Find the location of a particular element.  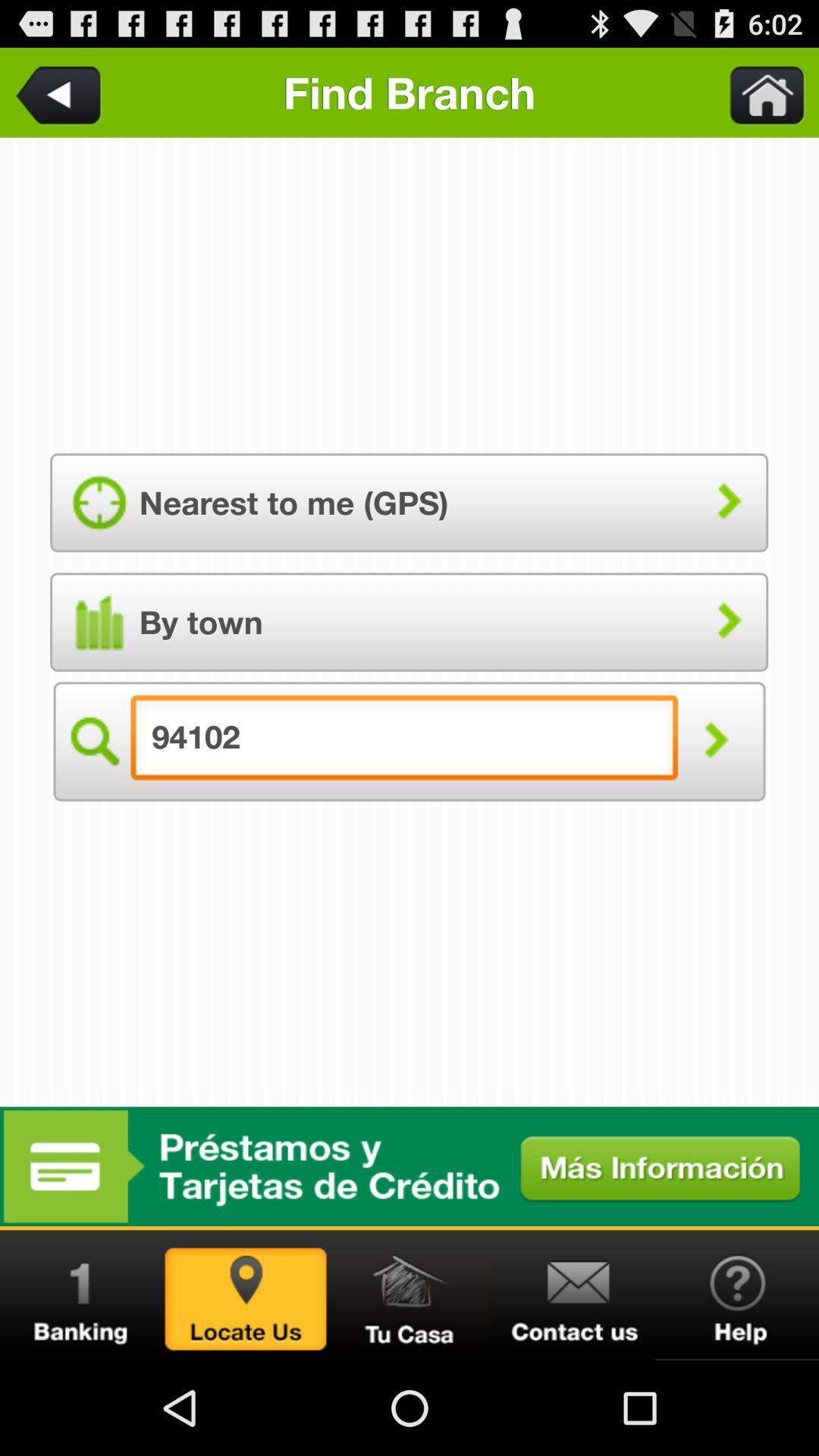

click more information is located at coordinates (409, 1166).